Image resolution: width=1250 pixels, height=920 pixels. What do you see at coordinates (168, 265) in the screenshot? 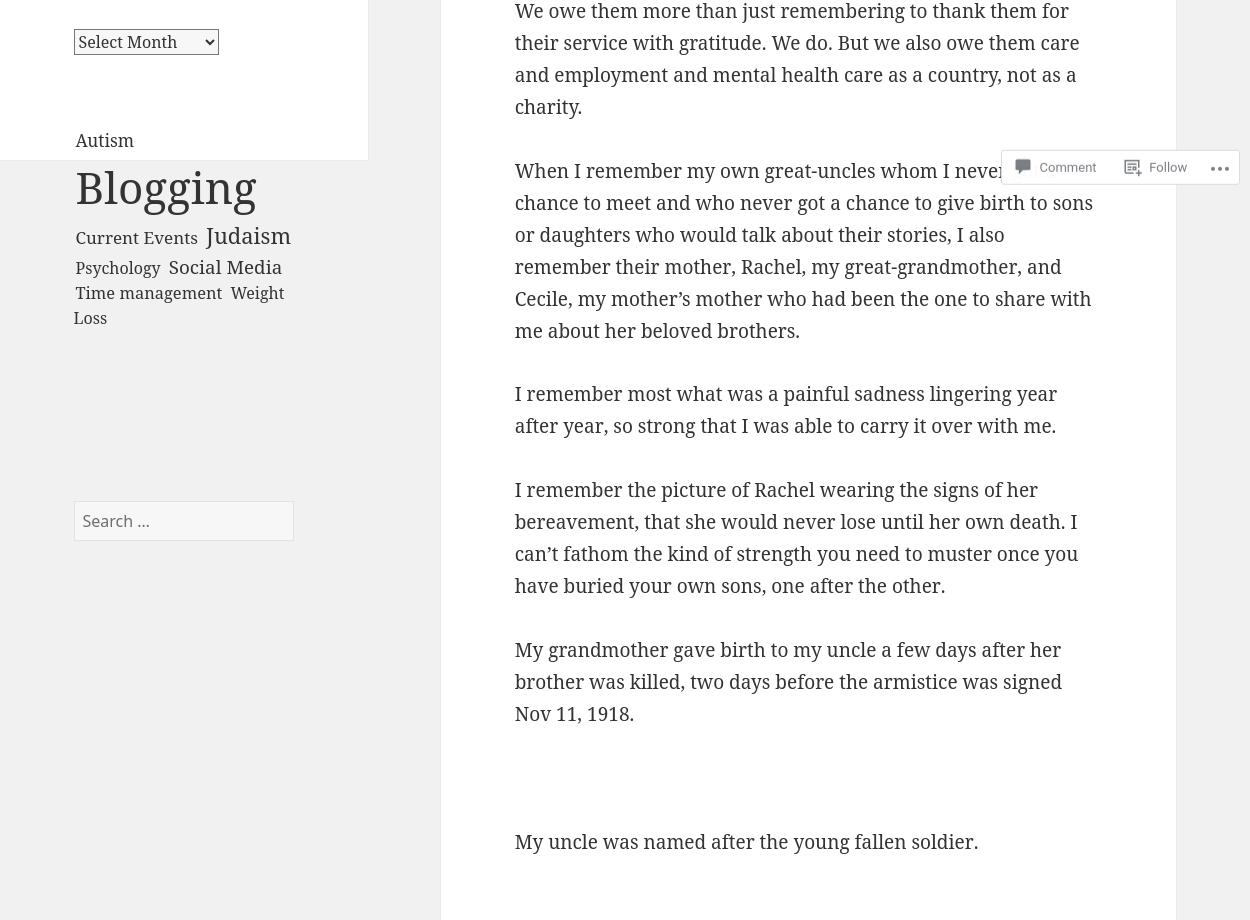
I see `'Social Media'` at bounding box center [168, 265].